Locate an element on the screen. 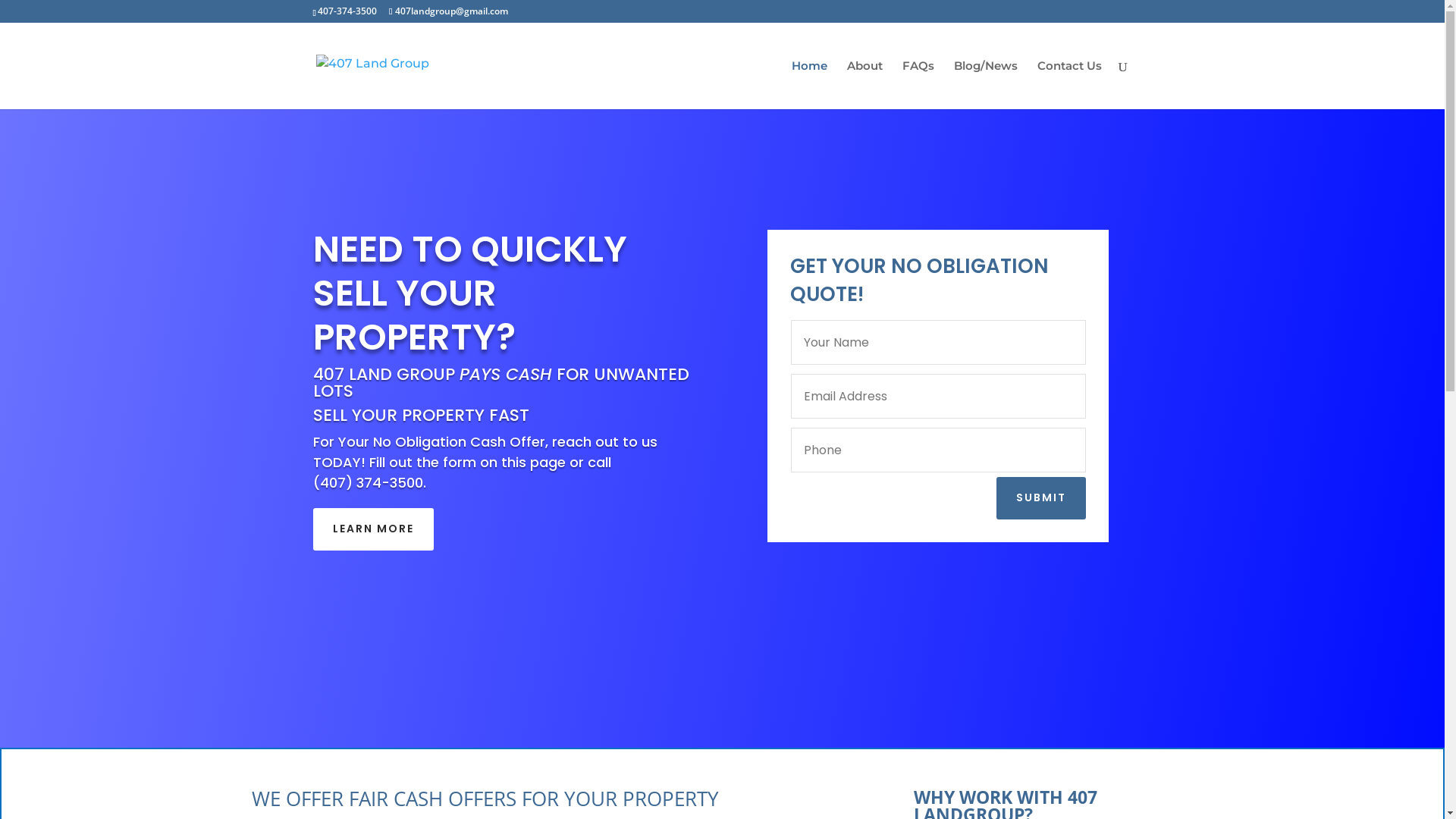  '407landgroup@gmail.com' is located at coordinates (447, 11).